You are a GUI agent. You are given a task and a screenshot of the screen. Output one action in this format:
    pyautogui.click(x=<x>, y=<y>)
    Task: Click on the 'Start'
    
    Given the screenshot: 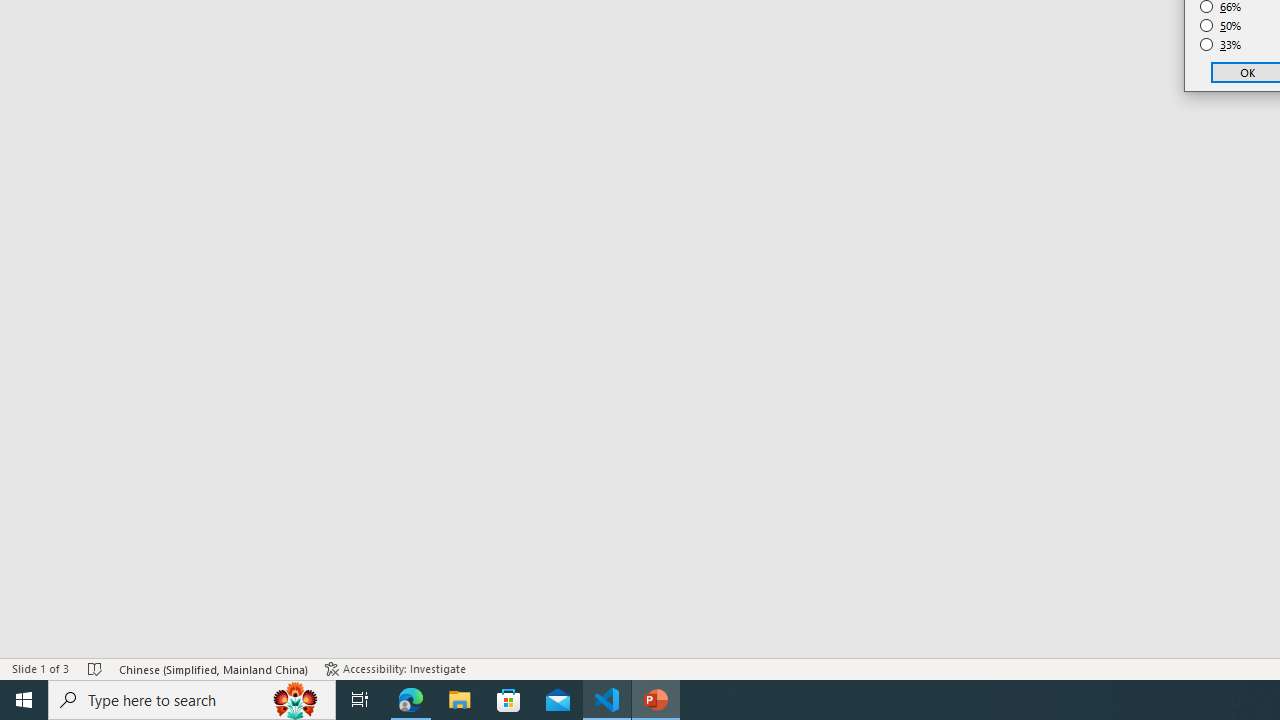 What is the action you would take?
    pyautogui.click(x=24, y=698)
    